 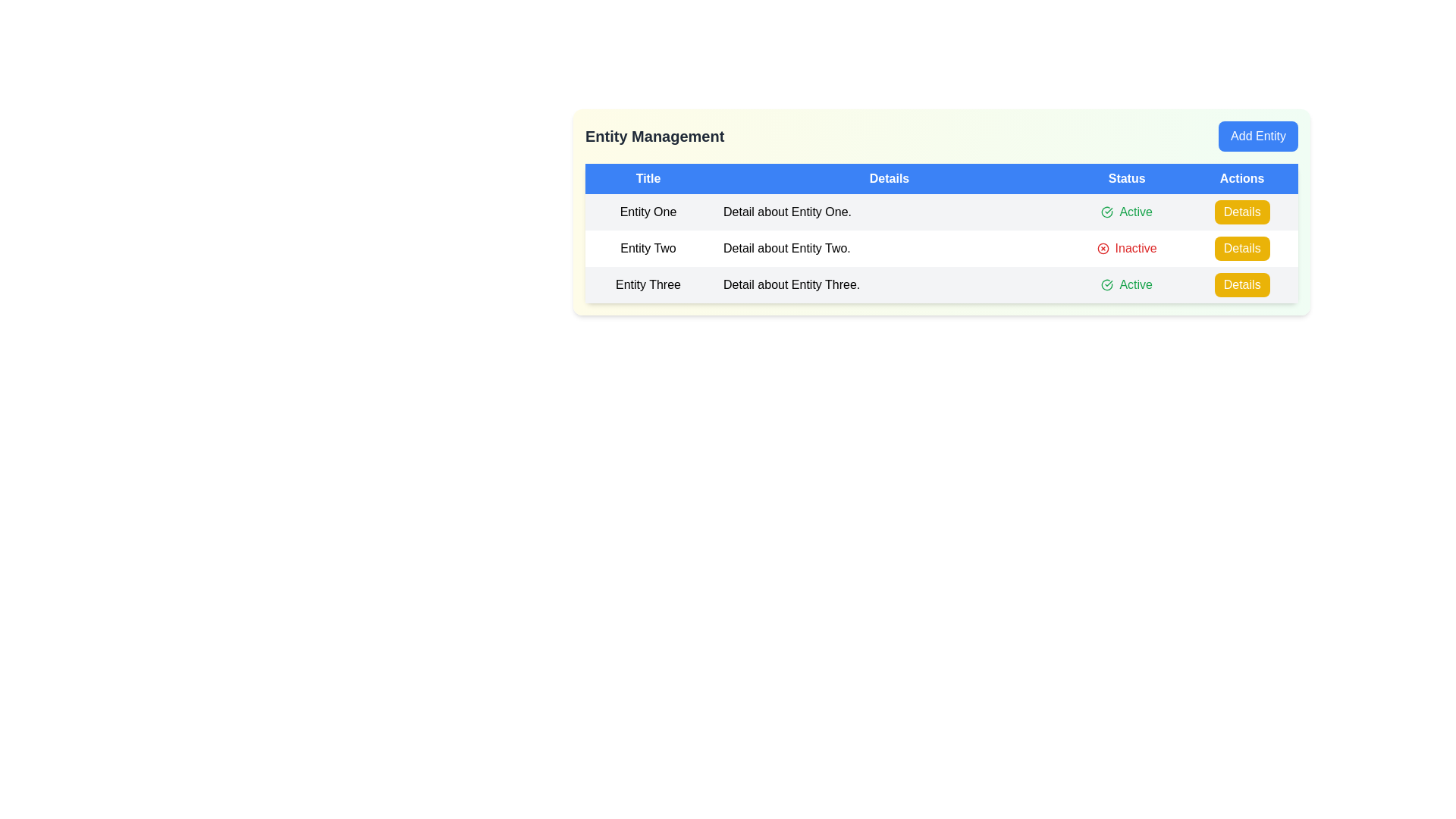 I want to click on the Status indicator which displays the text 'Active' in green font along with a circular icon featuring a green check mark, positioned in the third row under the 'Status' column, so click(x=1127, y=284).